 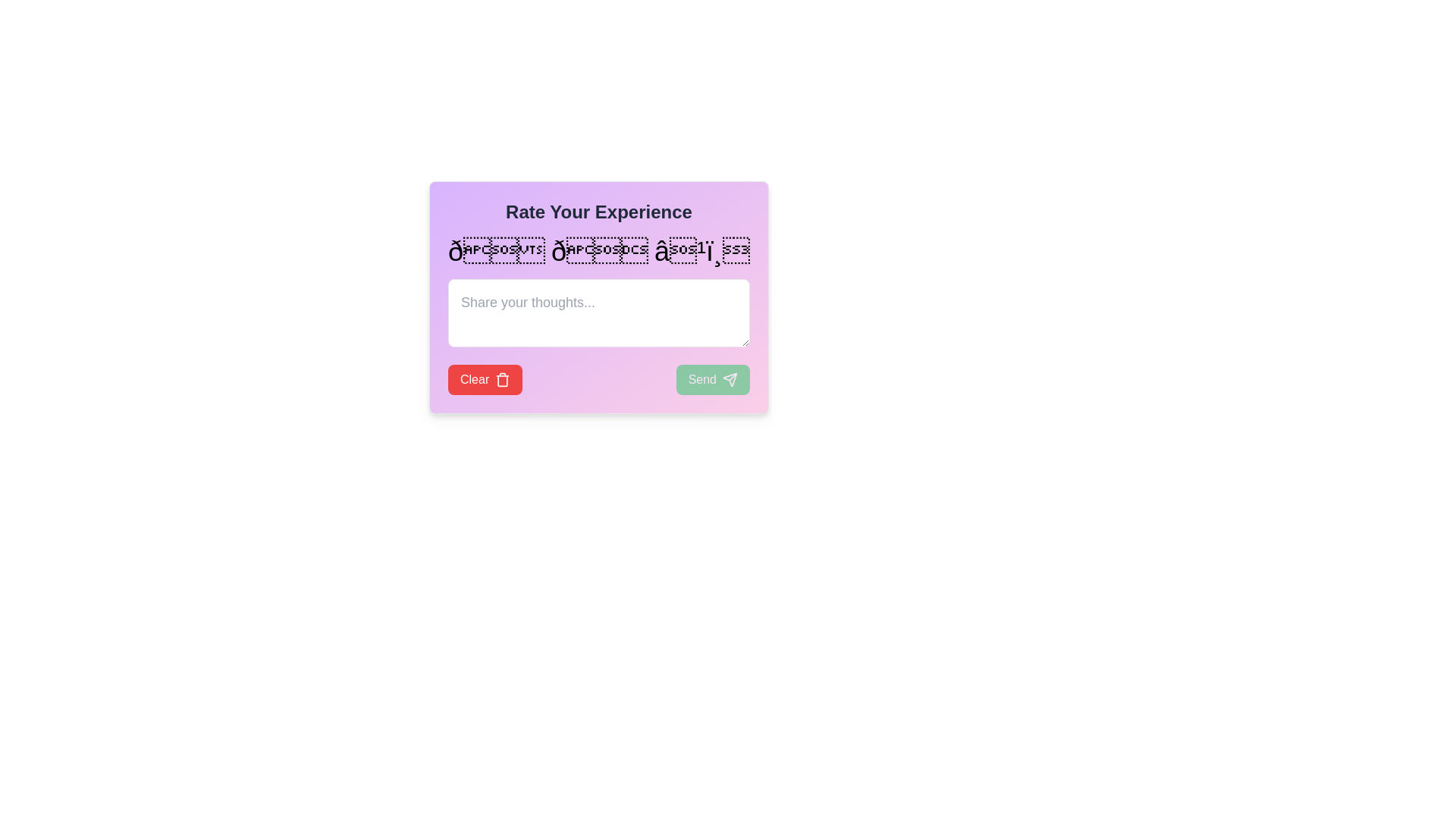 I want to click on the neutral expression icon, which is the third button in a row of three face icons used for feedback or rating, so click(x=701, y=250).